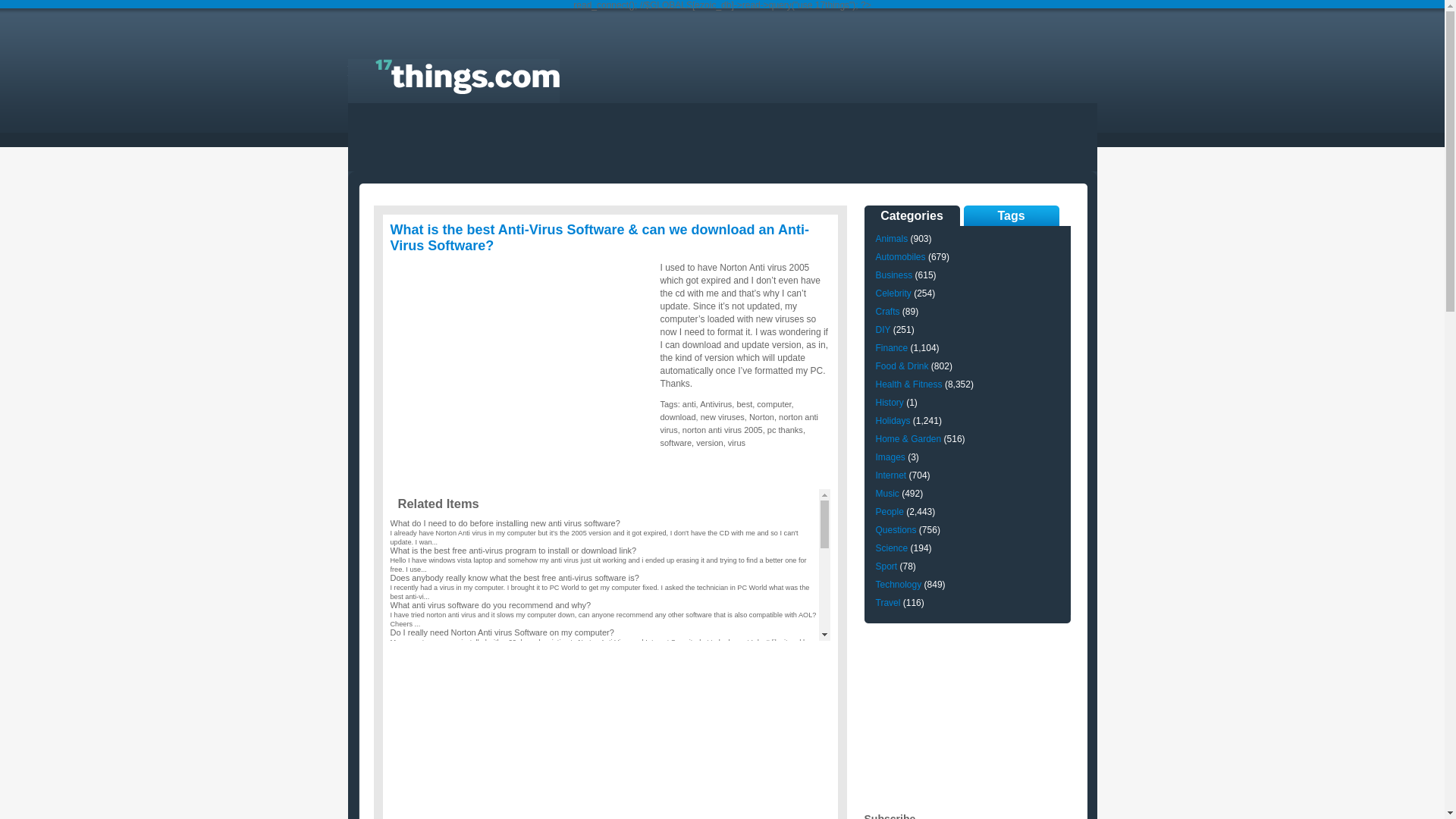  I want to click on 'norton anti virus 2005', so click(722, 430).